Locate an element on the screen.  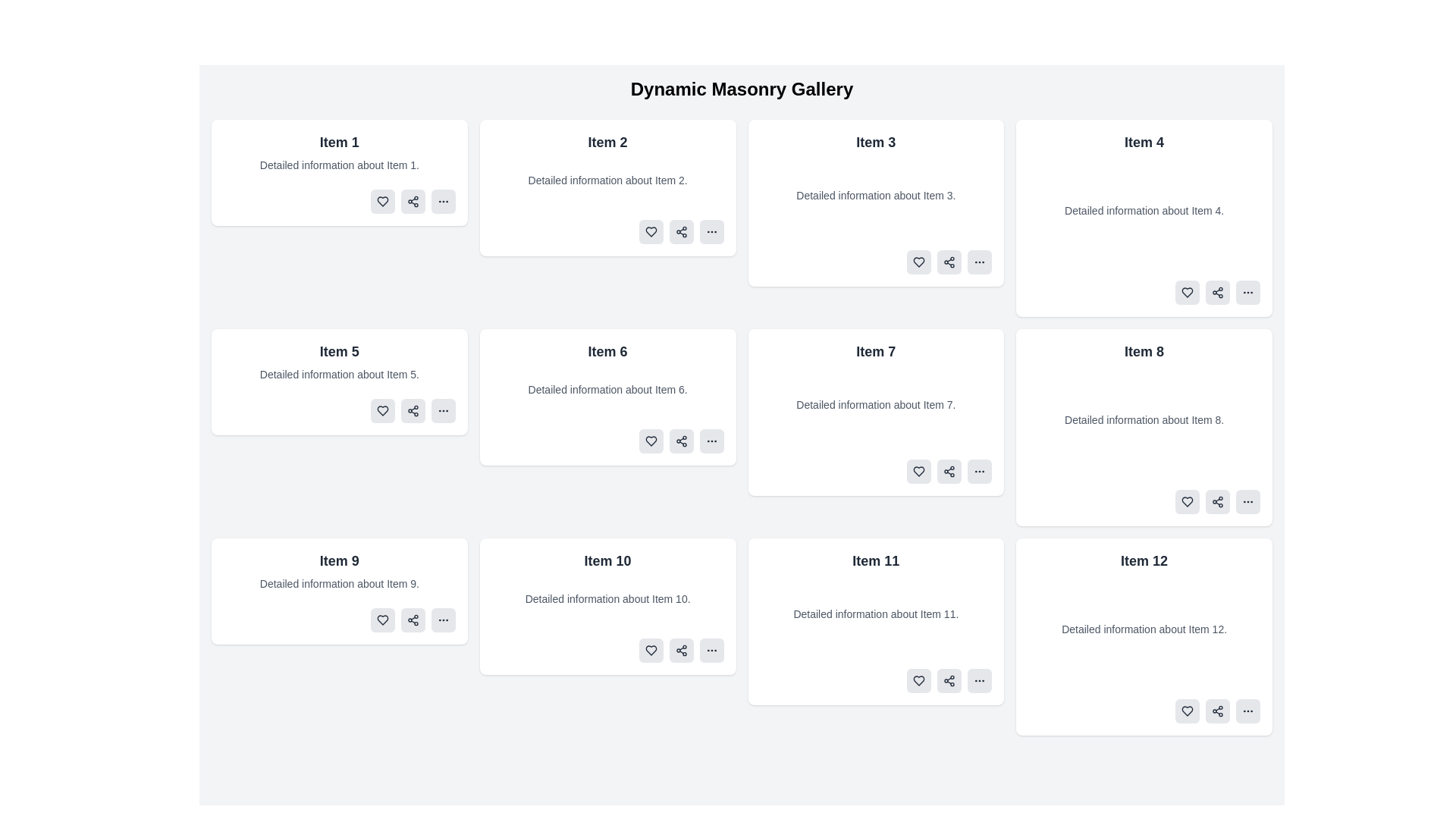
the last button in the bottom-right corner of the box labeled 'Item 12' is located at coordinates (1248, 711).